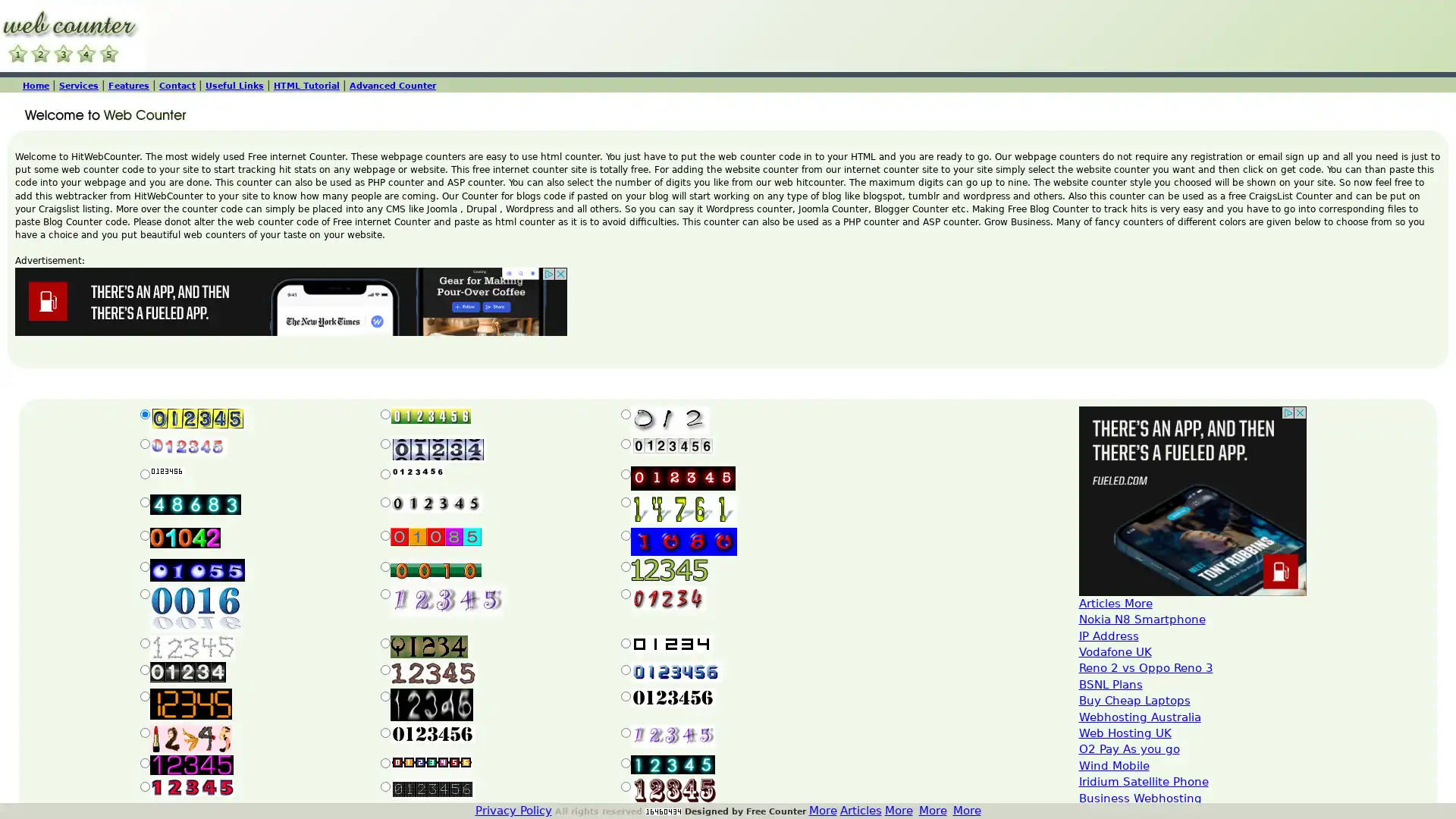  What do you see at coordinates (430, 762) in the screenshot?
I see `Submit` at bounding box center [430, 762].